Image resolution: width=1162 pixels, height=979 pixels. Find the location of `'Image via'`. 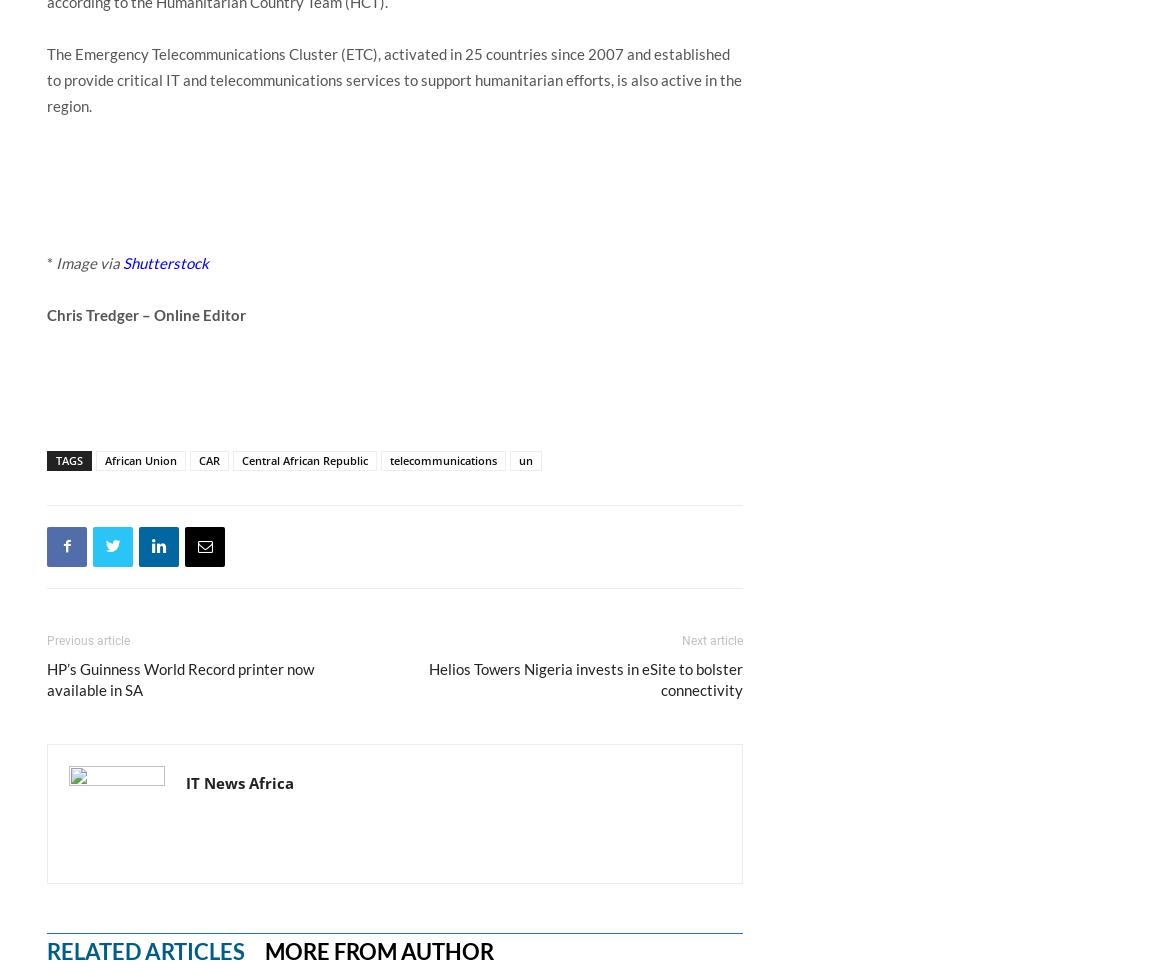

'Image via' is located at coordinates (55, 261).